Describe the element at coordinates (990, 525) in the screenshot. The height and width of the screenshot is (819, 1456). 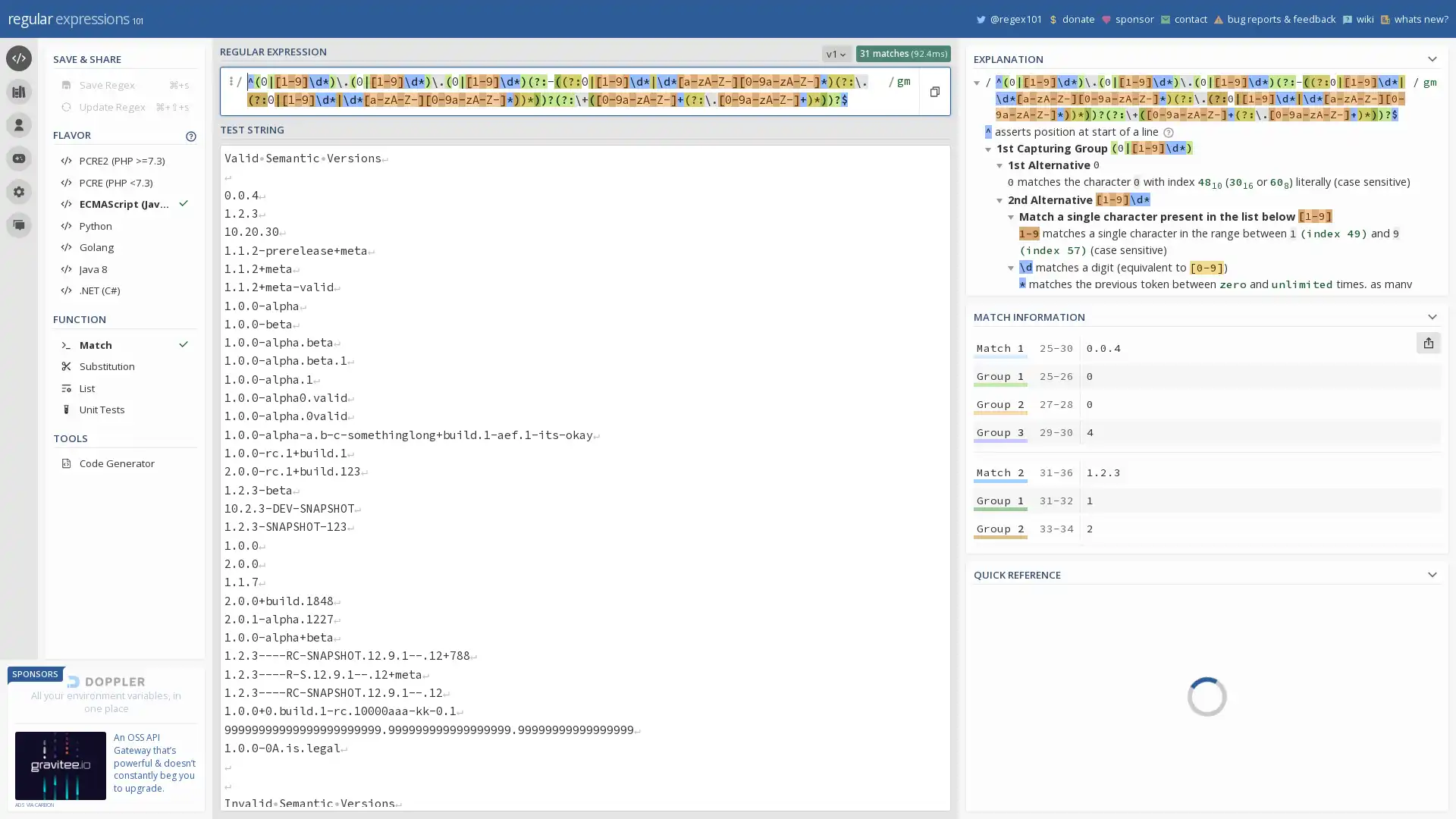
I see `Collapse Subtree` at that location.